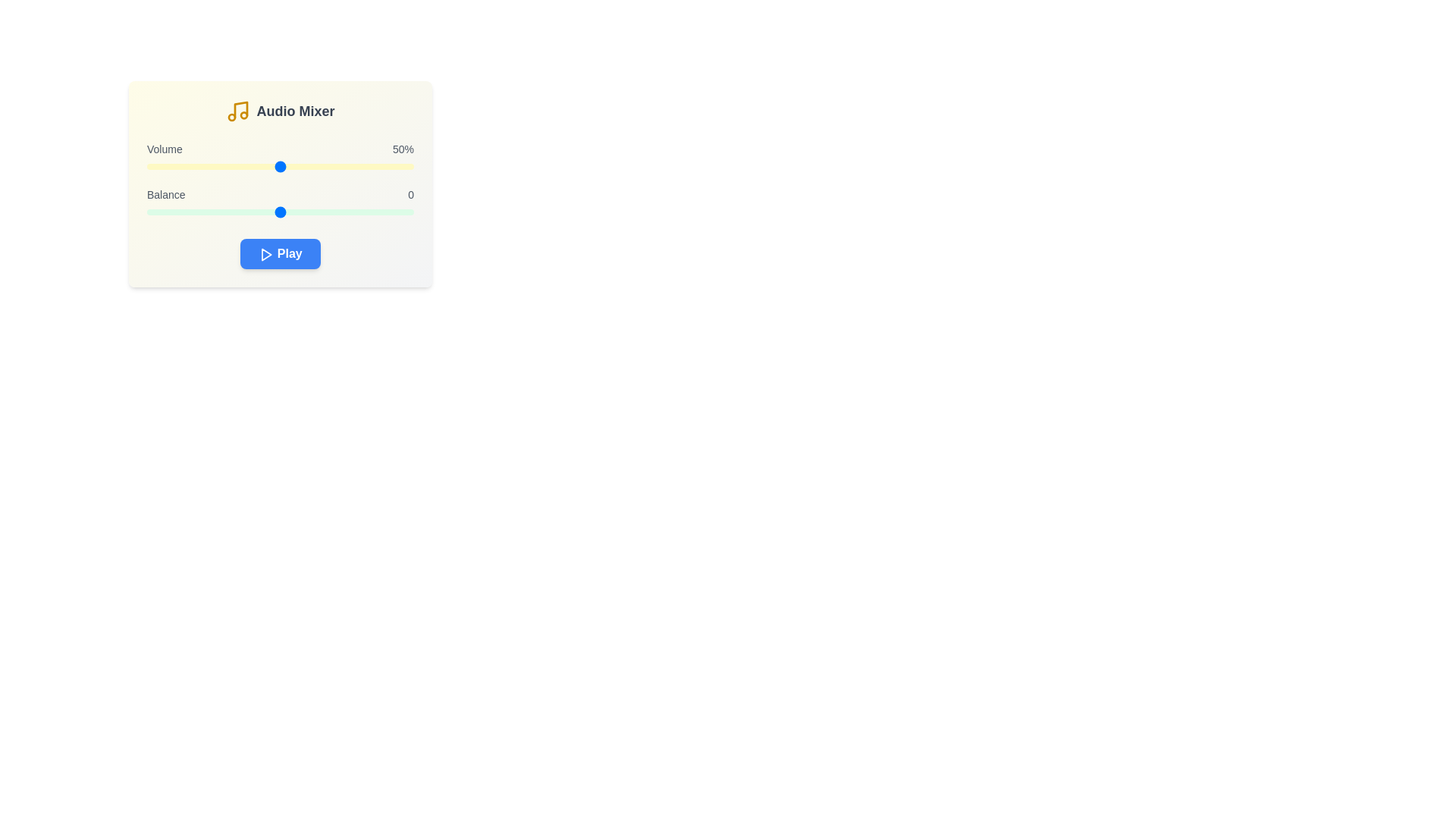 This screenshot has width=1456, height=819. What do you see at coordinates (196, 212) in the screenshot?
I see `balance` at bounding box center [196, 212].